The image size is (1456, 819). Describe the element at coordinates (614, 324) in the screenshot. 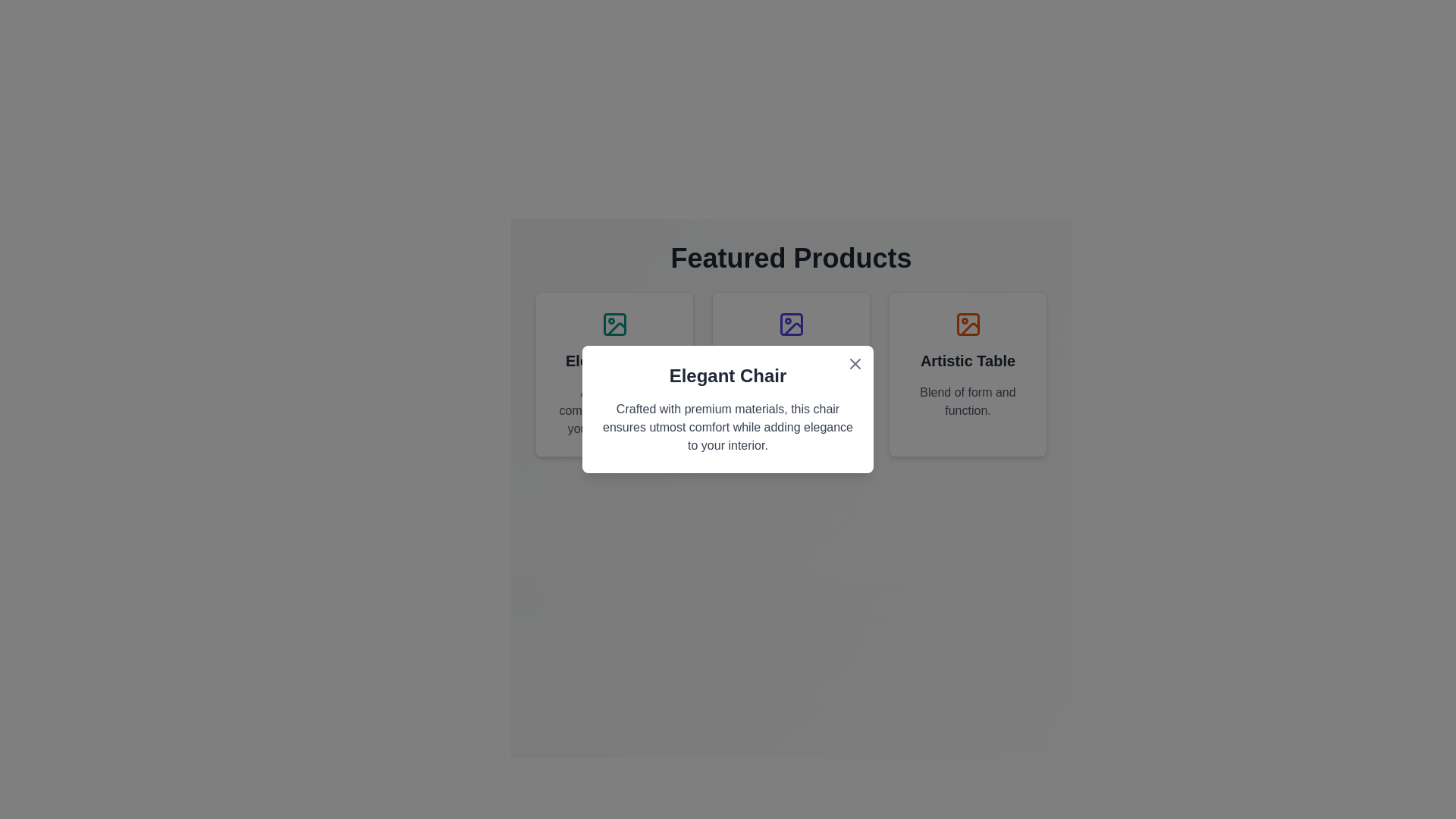

I see `the icon representing the 'Elegant Chair' at the top section of its card, which is visually depicted and centered horizontally above the card's text content` at that location.